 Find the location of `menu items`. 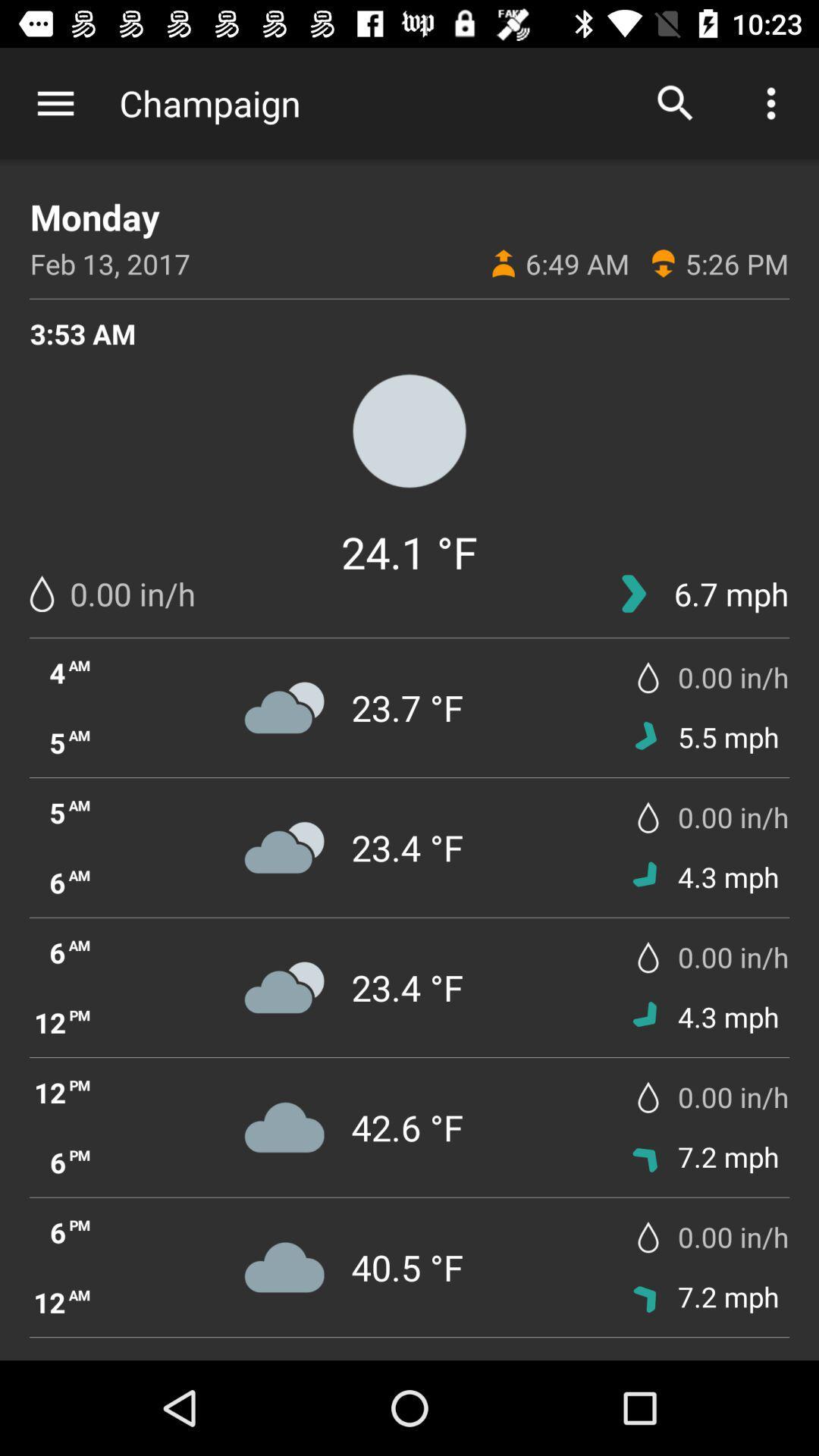

menu items is located at coordinates (55, 102).